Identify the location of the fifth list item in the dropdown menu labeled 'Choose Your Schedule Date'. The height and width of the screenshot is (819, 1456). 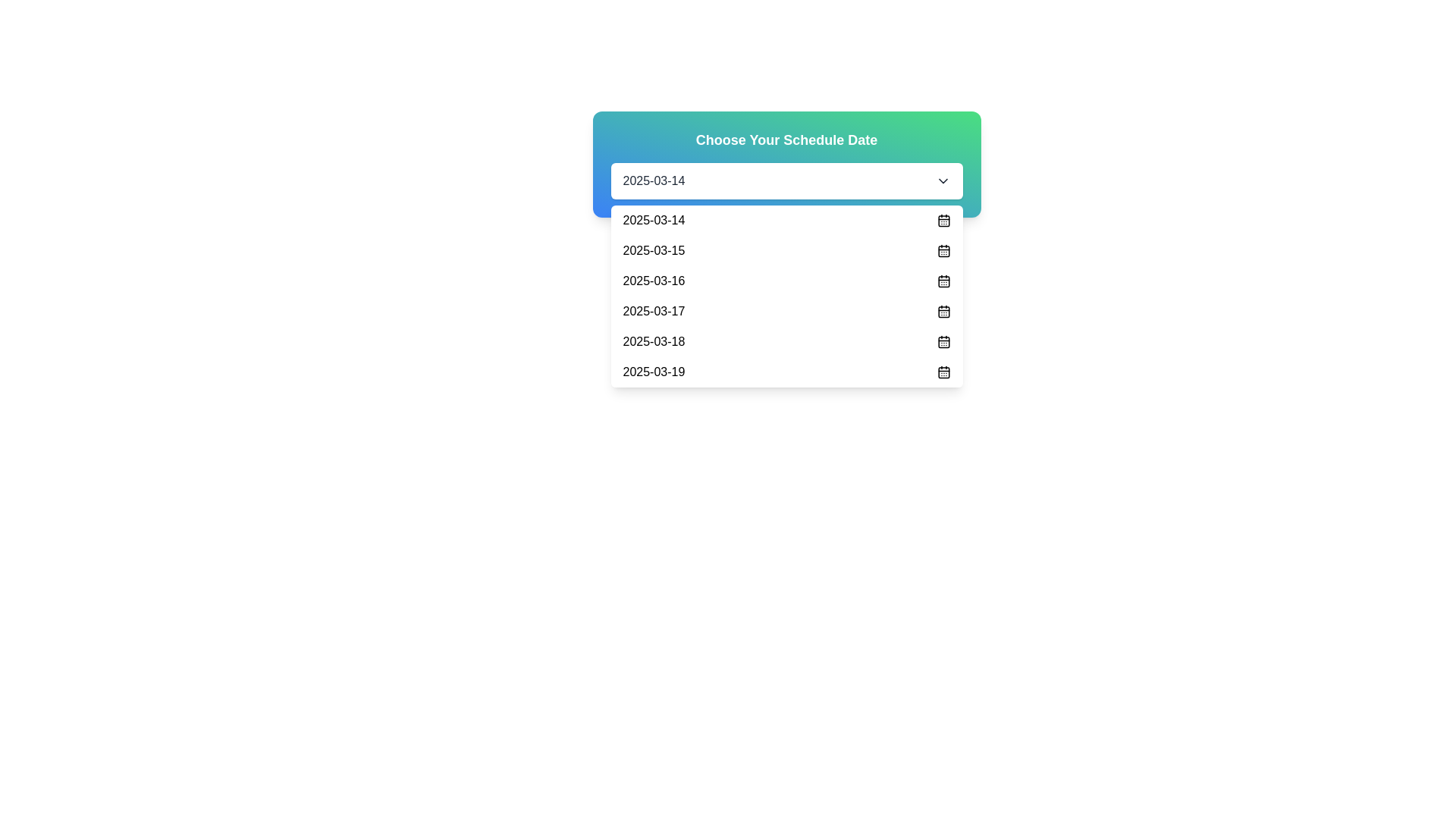
(786, 311).